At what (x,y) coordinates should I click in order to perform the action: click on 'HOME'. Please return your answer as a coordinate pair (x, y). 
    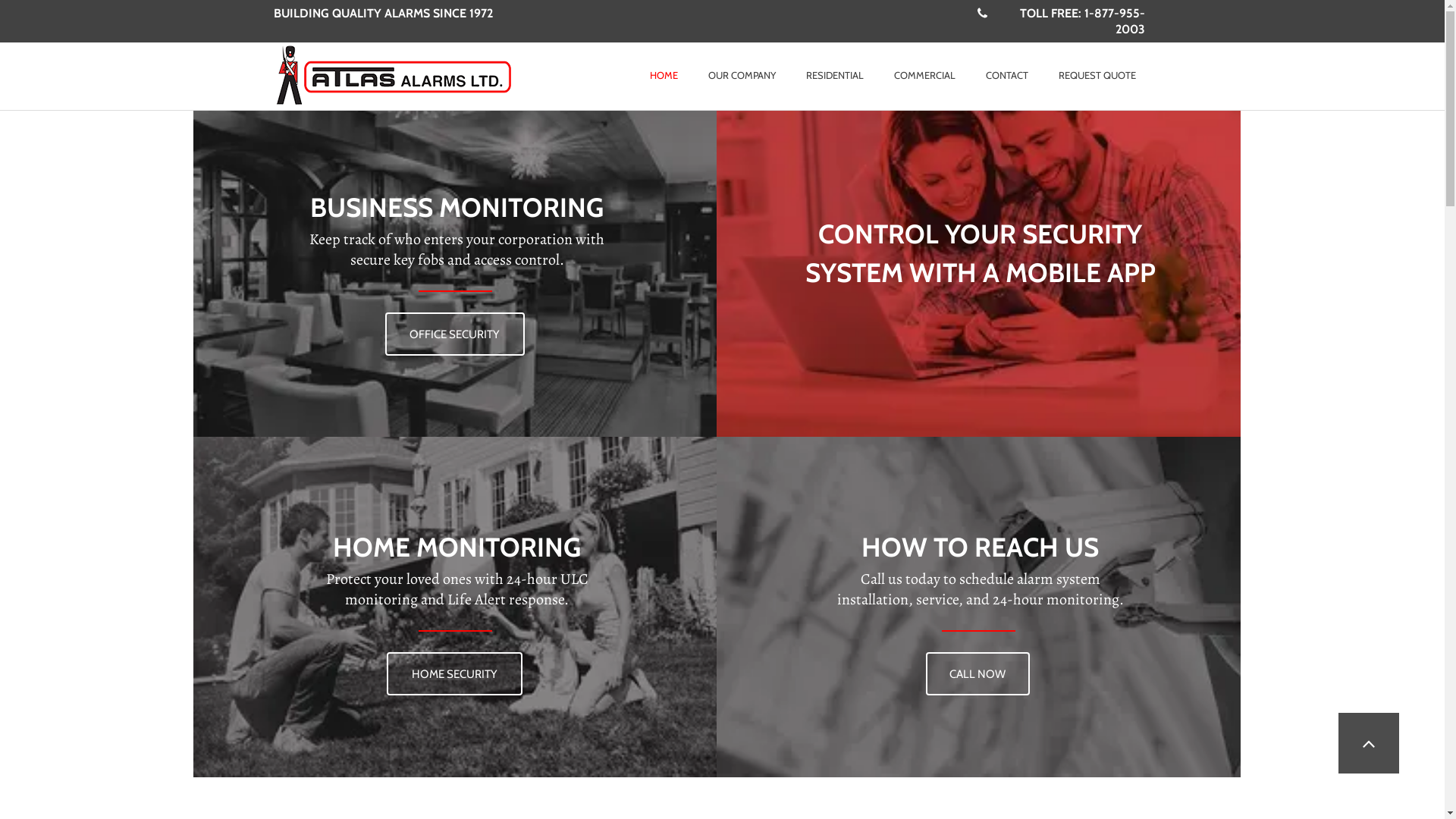
    Looking at the image, I should click on (664, 75).